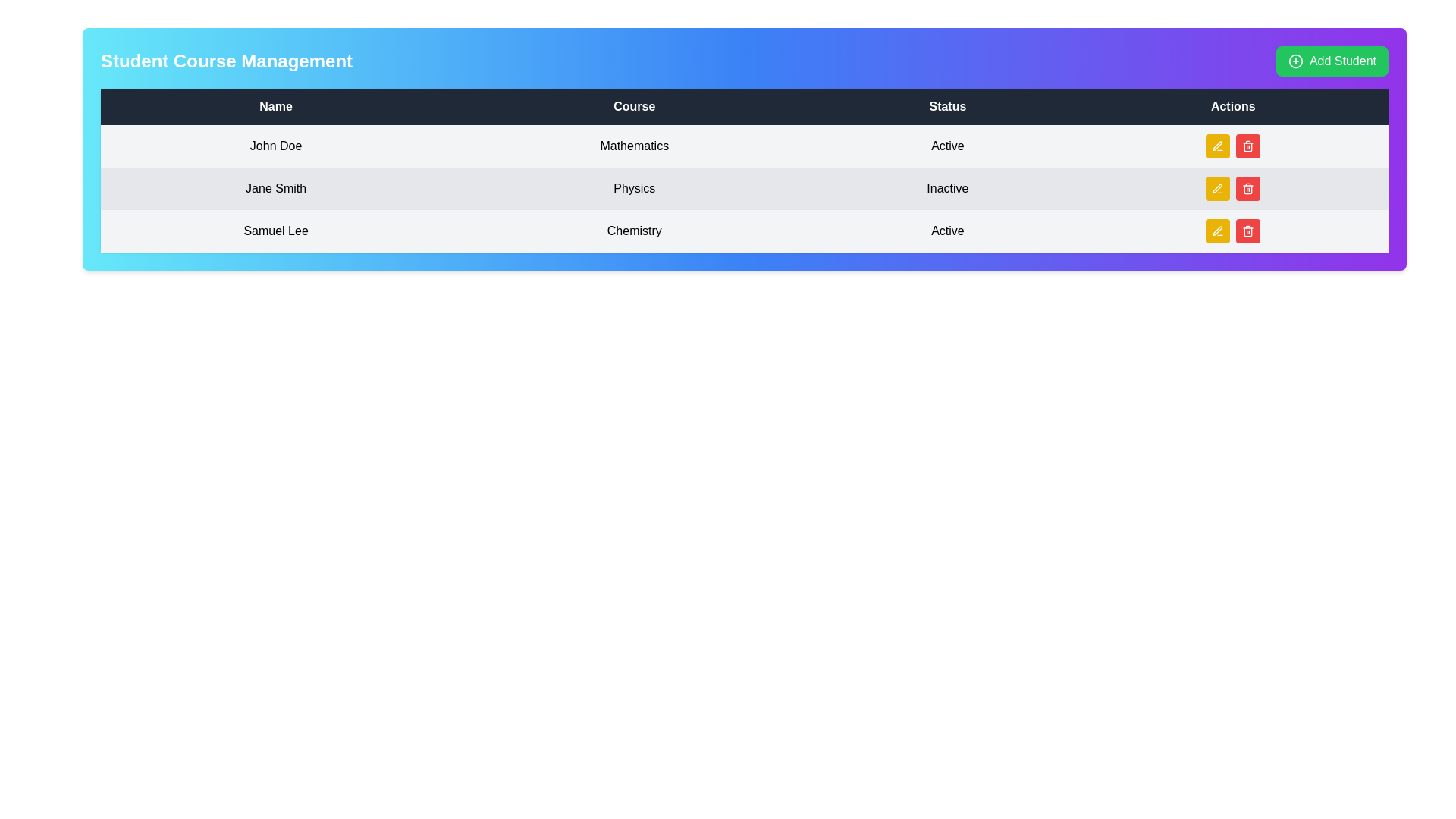  I want to click on the Label/Text Display element that contains the word 'Inactive', which is positioned under the 'Status' column in the second row of the table, to the right of 'Physics' and to the left of the action icons, so click(946, 188).